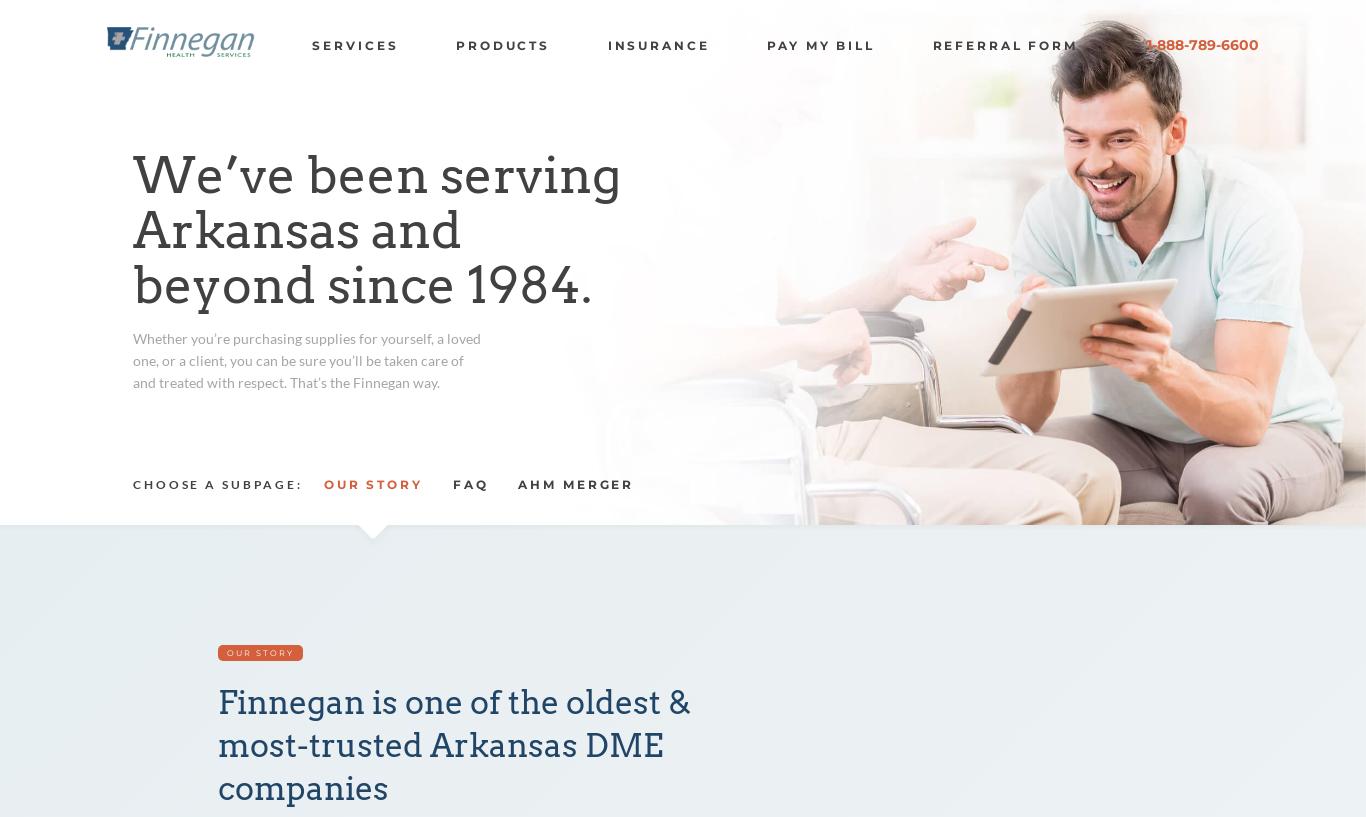 Image resolution: width=1366 pixels, height=817 pixels. I want to click on '1-888-789-6600', so click(1203, 43).